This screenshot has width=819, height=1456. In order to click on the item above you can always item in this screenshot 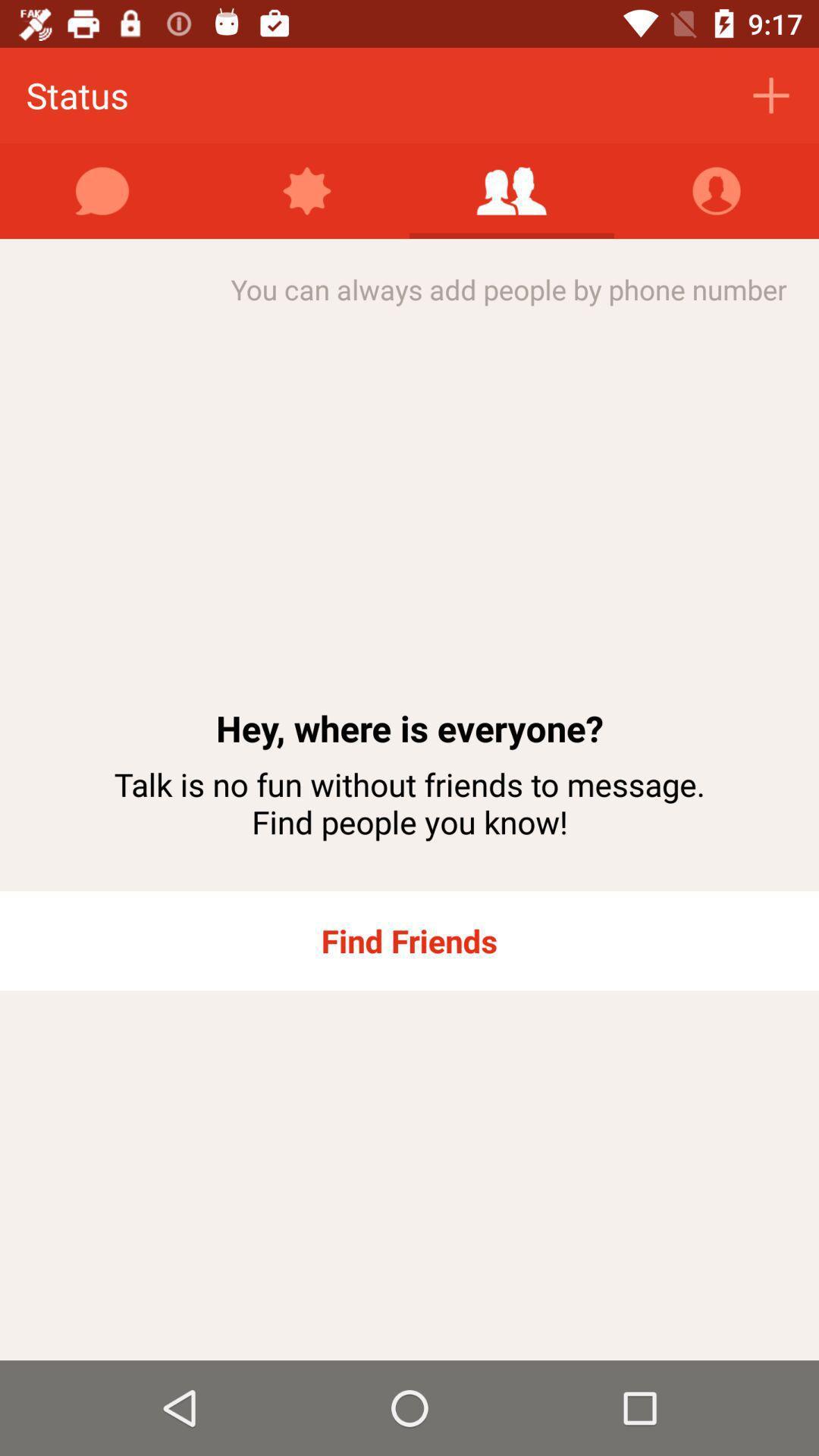, I will do `click(102, 190)`.